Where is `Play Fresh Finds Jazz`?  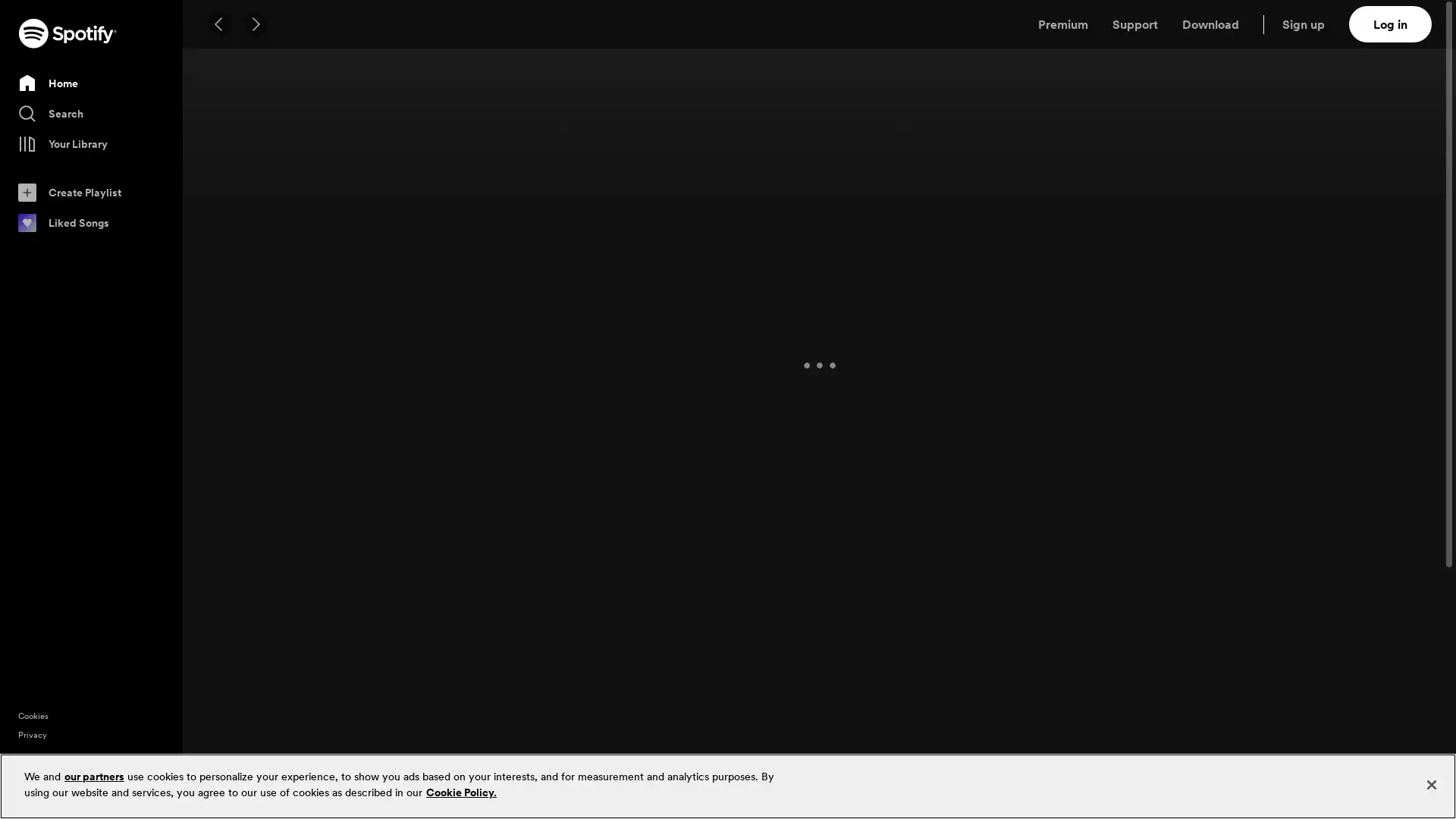
Play Fresh Finds Jazz is located at coordinates (1395, 210).